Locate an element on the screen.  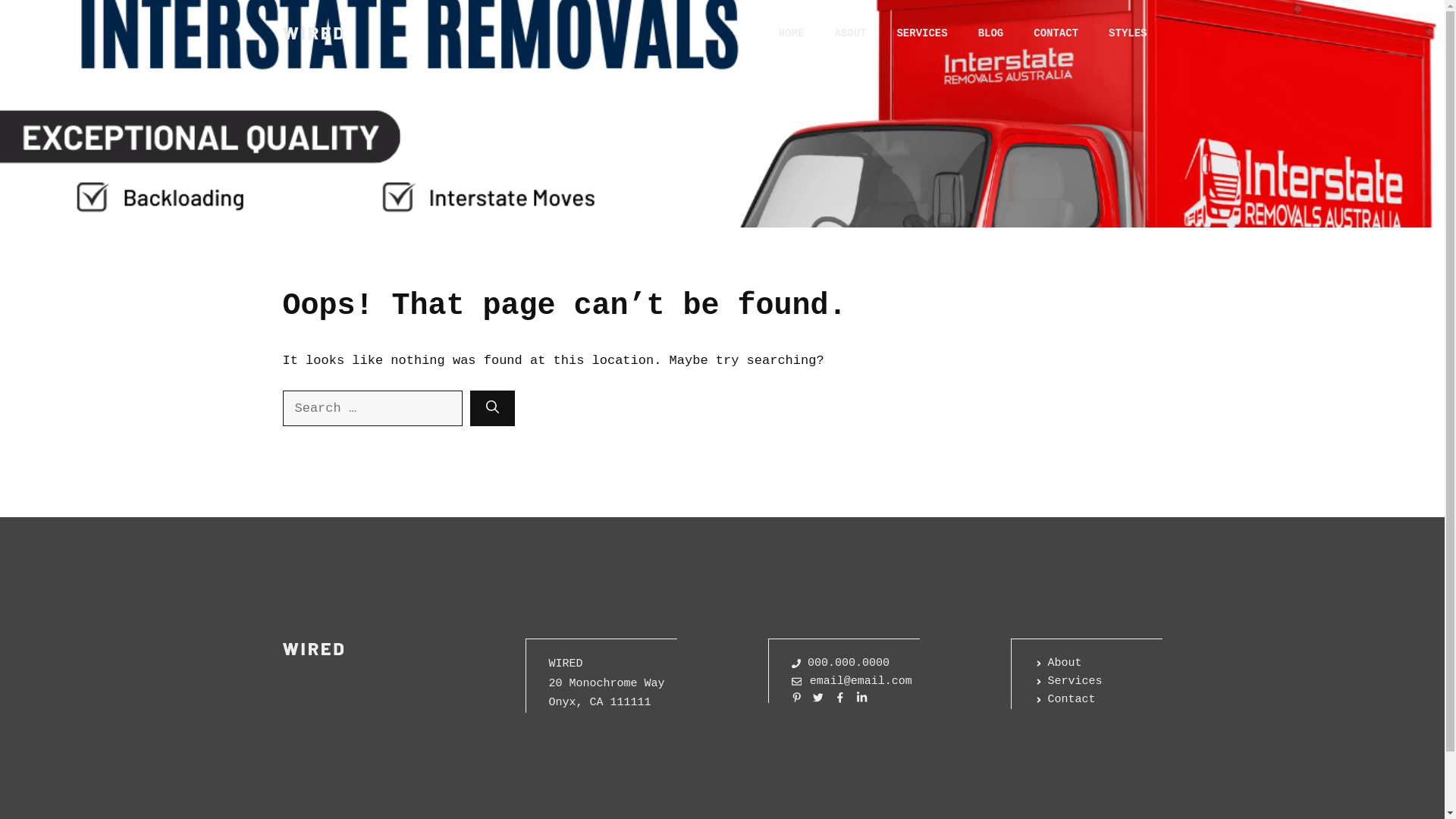
'Services' is located at coordinates (1068, 680).